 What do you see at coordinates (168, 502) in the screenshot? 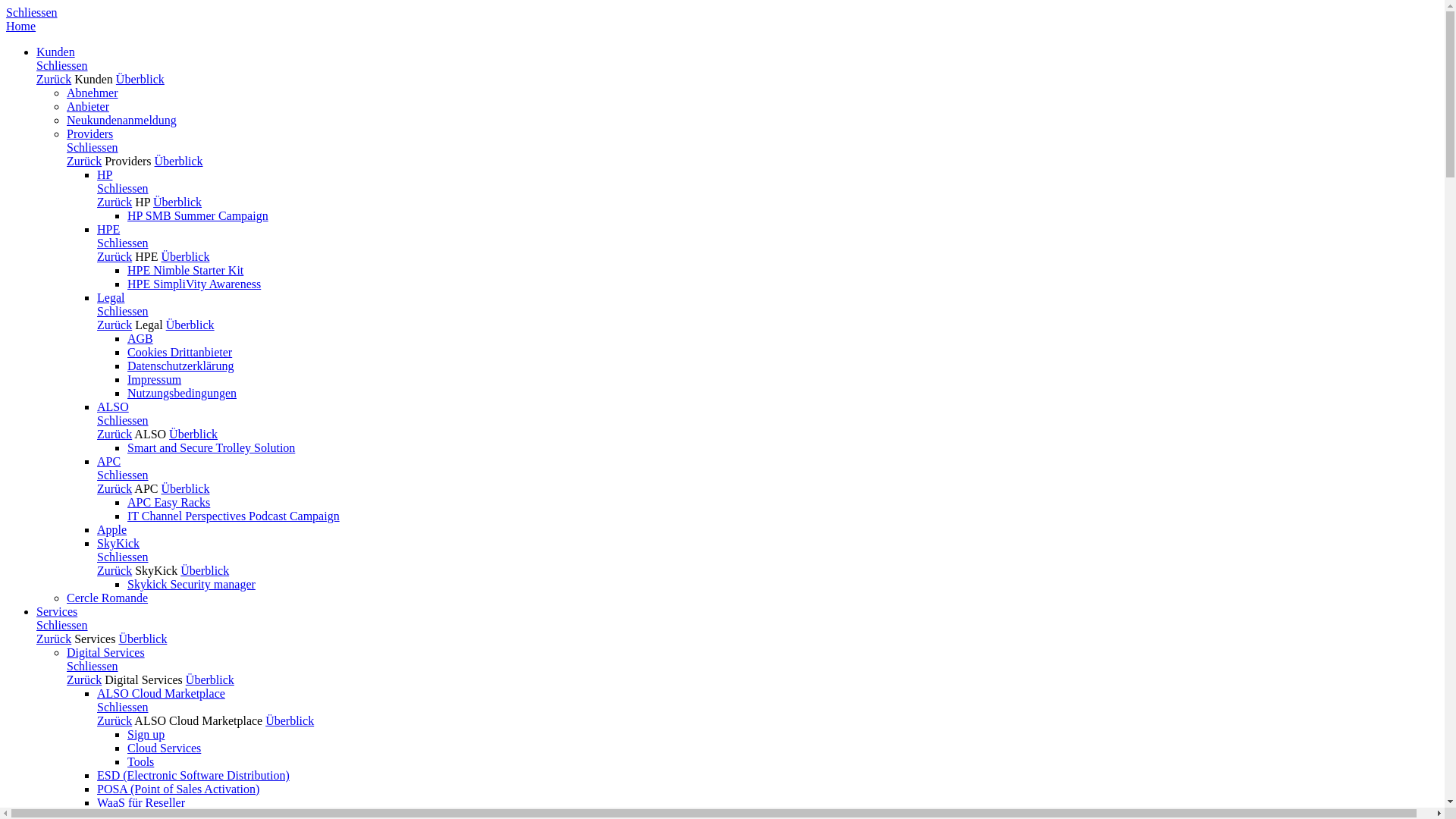
I see `'APC Easy Racks'` at bounding box center [168, 502].